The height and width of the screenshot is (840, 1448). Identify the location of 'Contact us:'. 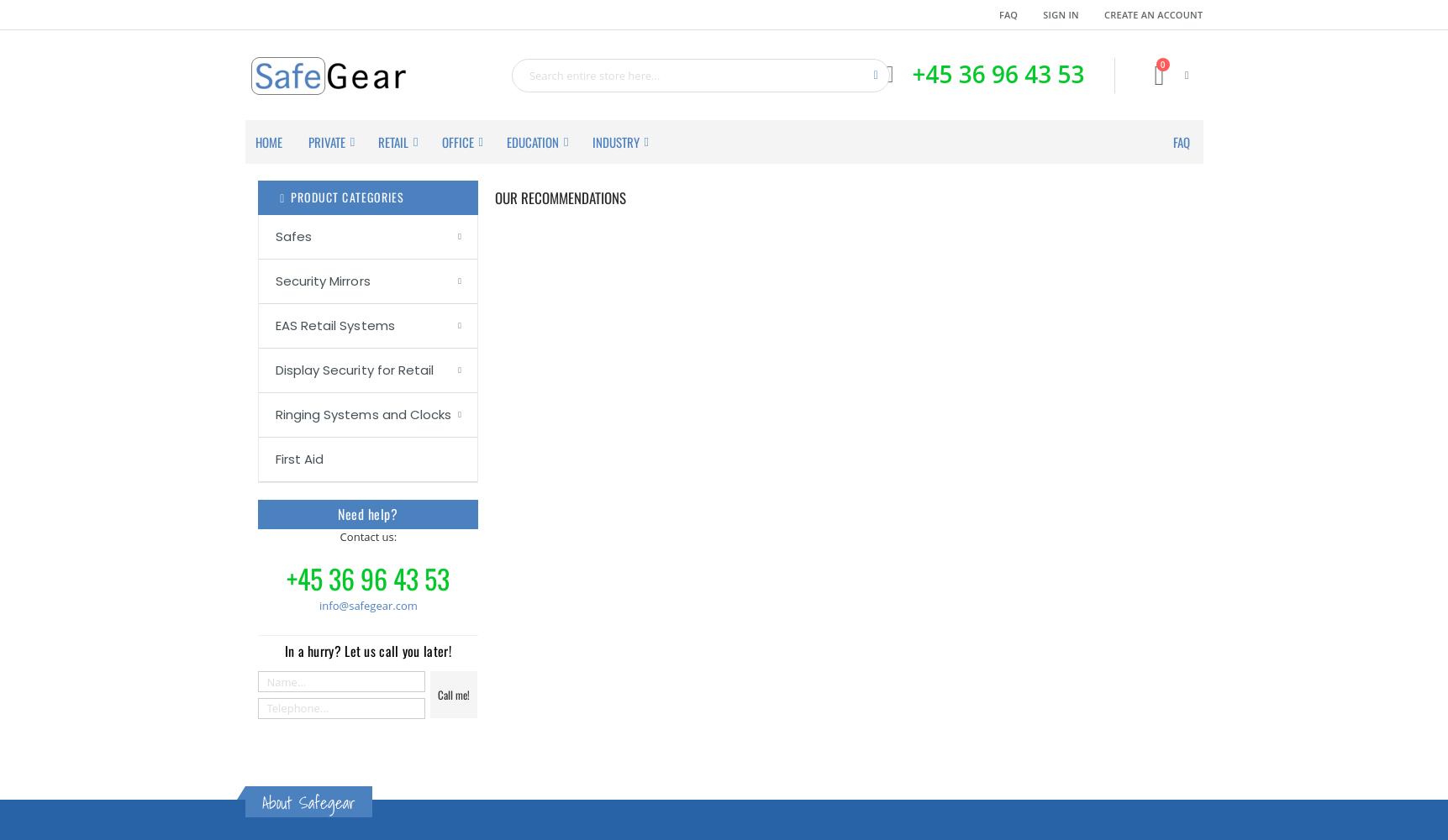
(367, 537).